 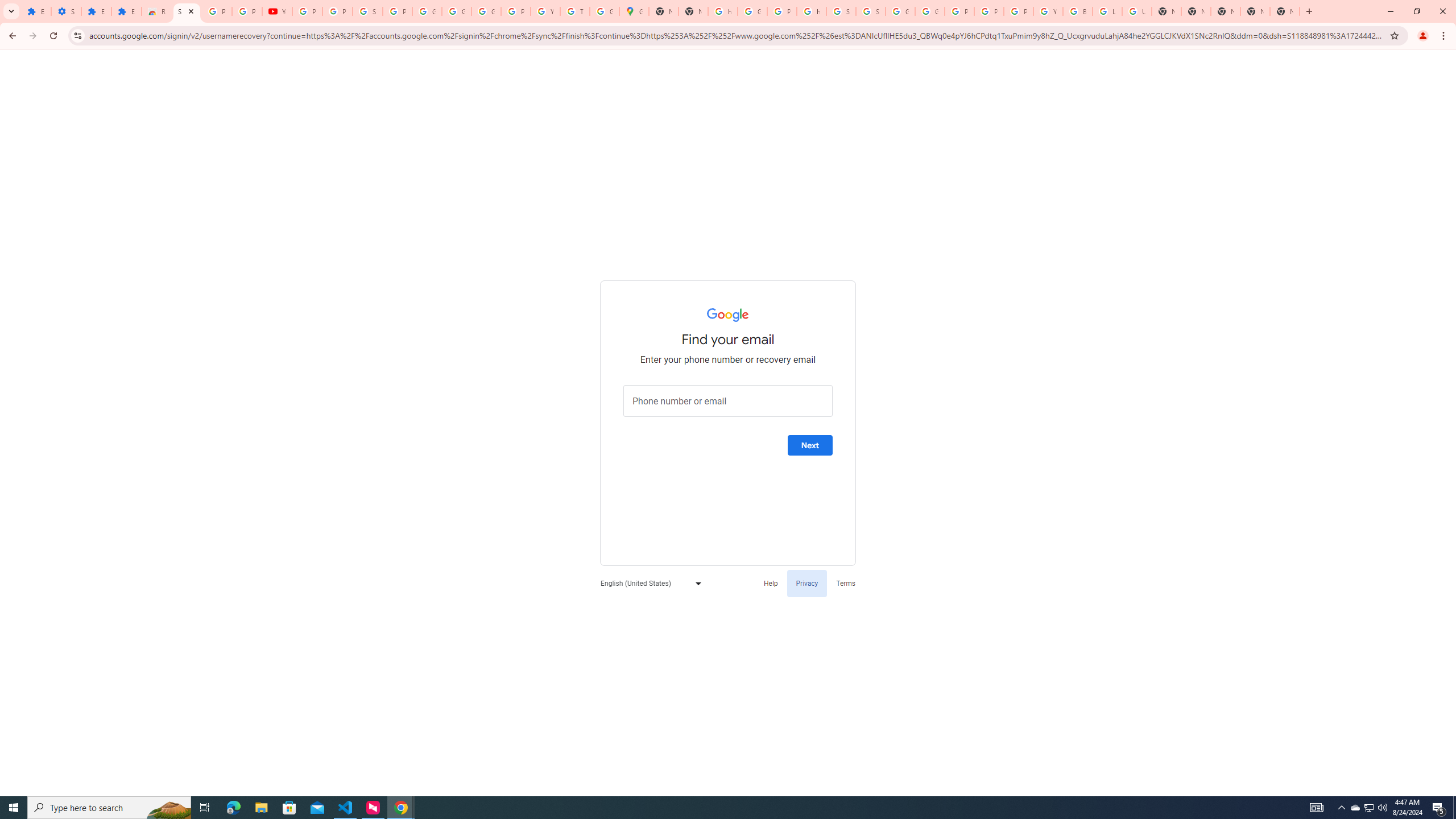 I want to click on 'https://scholar.google.com/', so click(x=723, y=11).